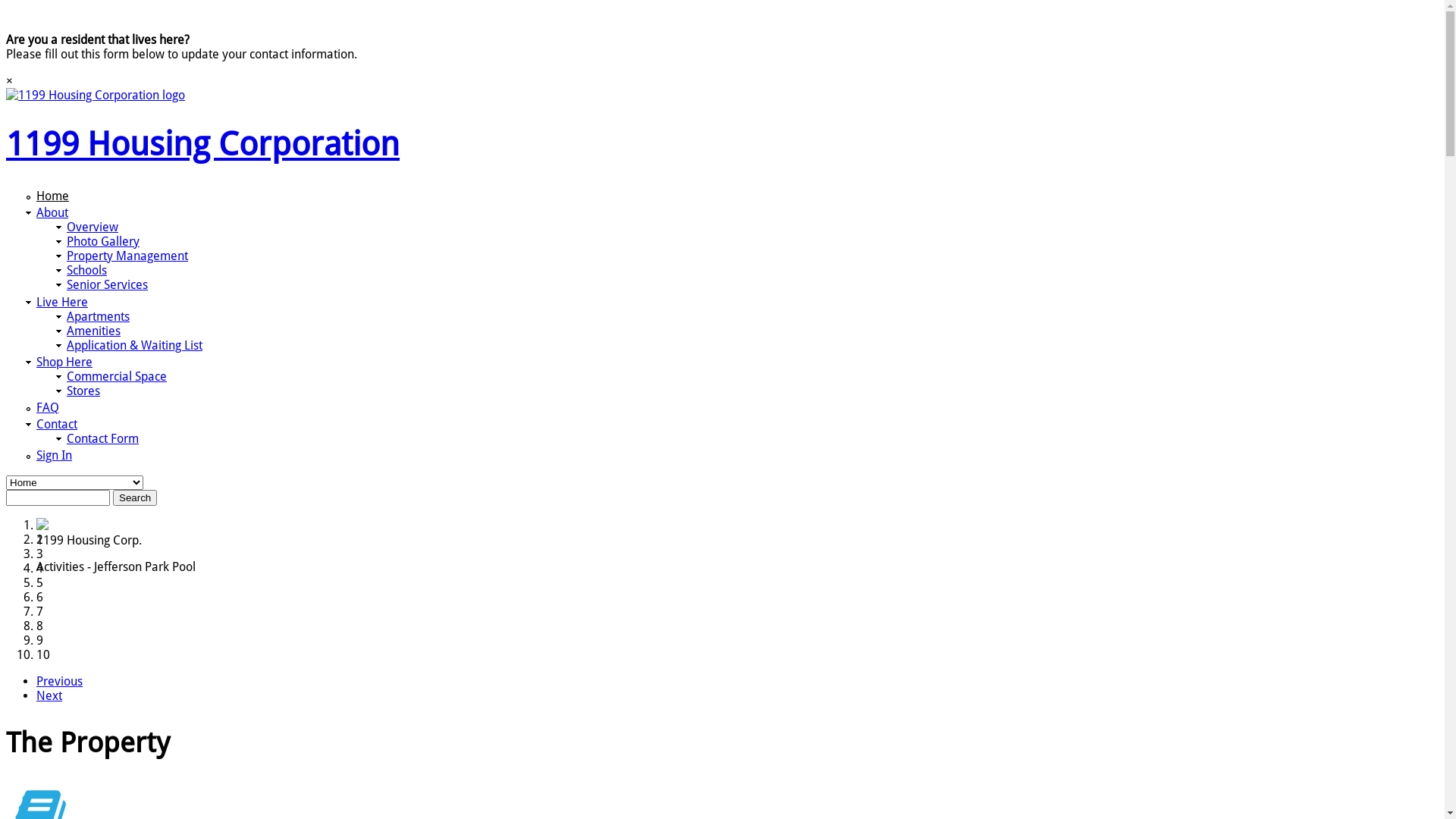 The height and width of the screenshot is (819, 1456). I want to click on '5', so click(36, 582).